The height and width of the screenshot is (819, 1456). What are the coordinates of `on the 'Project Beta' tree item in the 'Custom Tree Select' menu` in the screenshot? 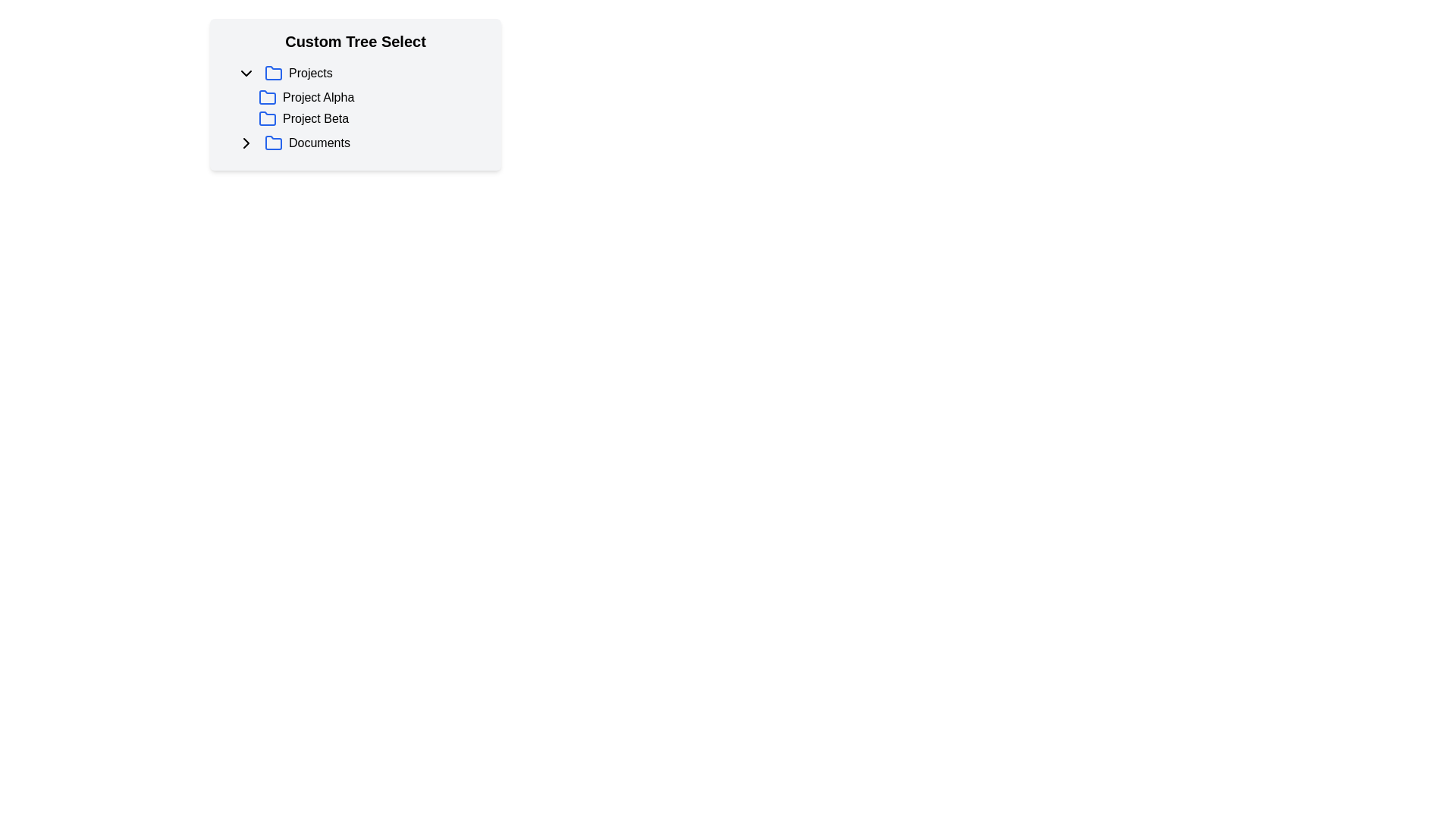 It's located at (374, 107).